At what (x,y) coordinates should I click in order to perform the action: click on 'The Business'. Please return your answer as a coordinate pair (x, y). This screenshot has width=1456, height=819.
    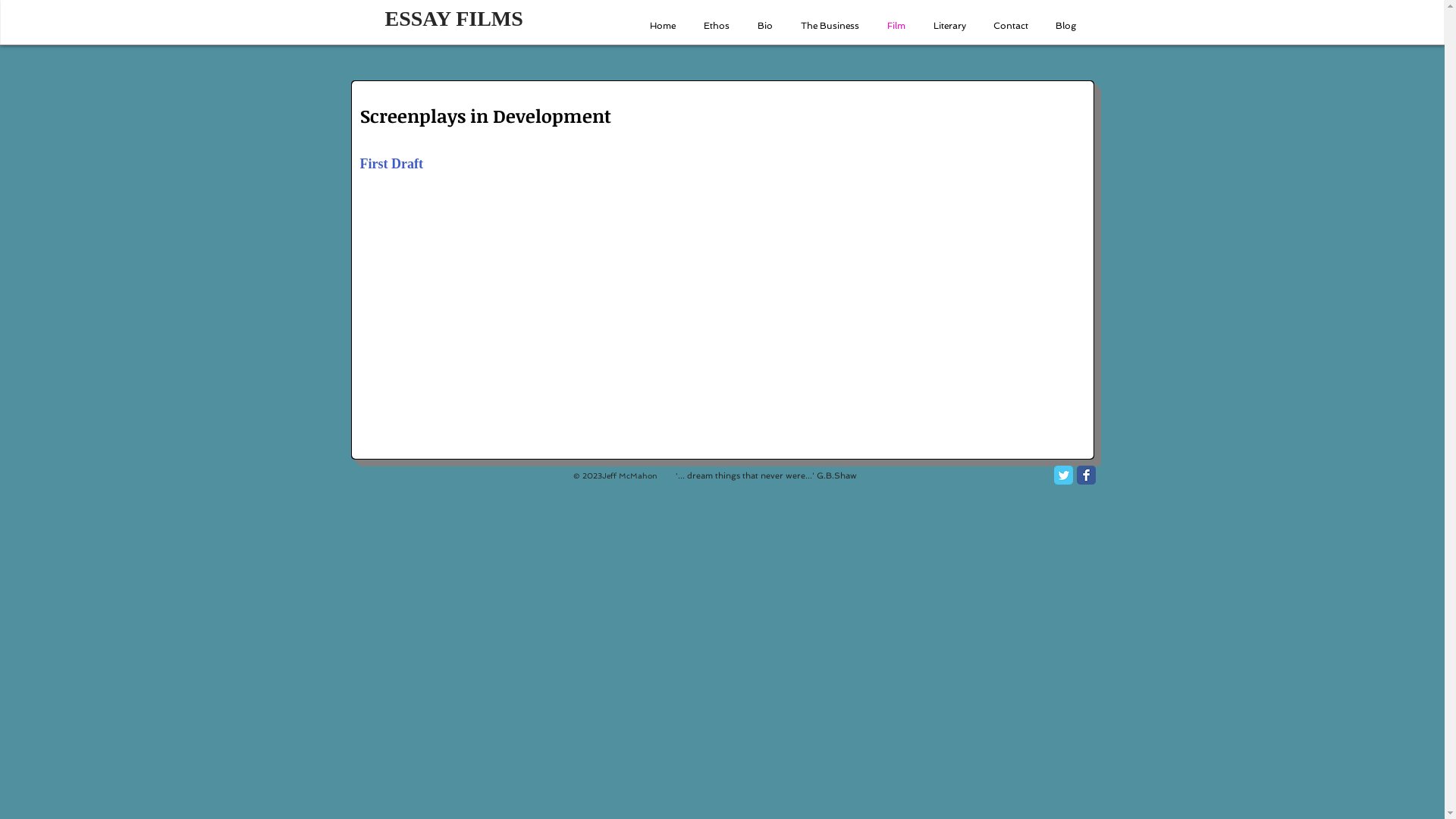
    Looking at the image, I should click on (828, 26).